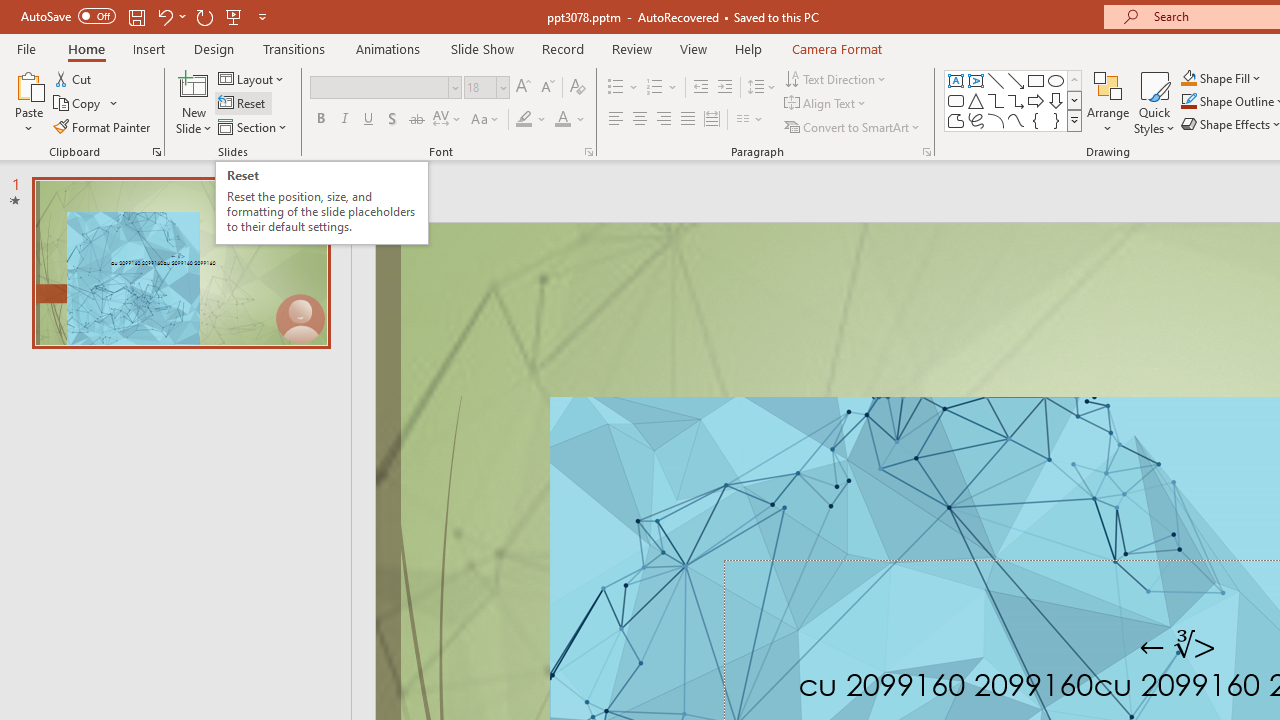  I want to click on 'Justify', so click(688, 119).